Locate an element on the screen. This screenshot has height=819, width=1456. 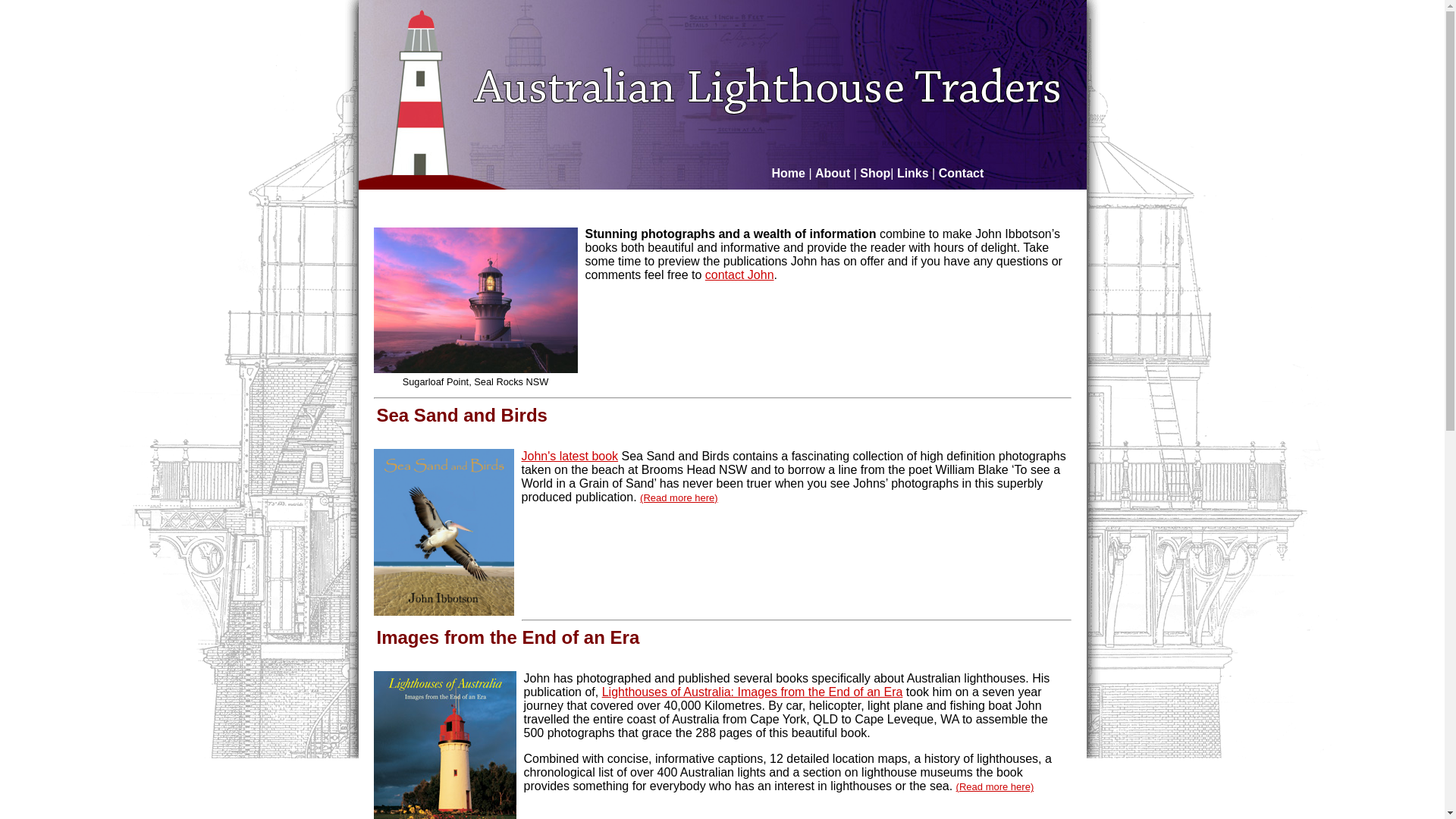
'Shop' is located at coordinates (874, 172).